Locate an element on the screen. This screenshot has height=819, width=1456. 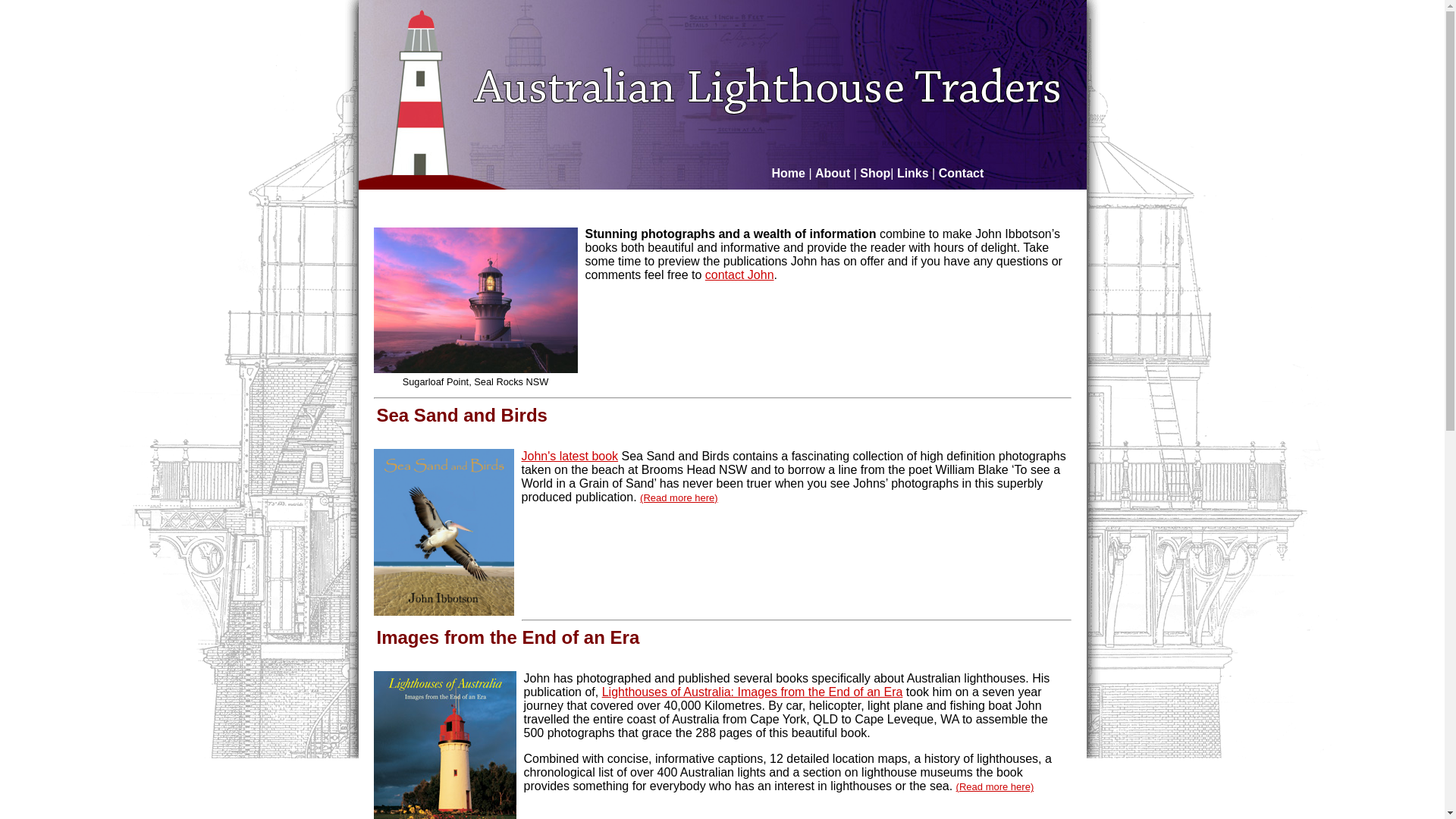
'Shop' is located at coordinates (874, 172).